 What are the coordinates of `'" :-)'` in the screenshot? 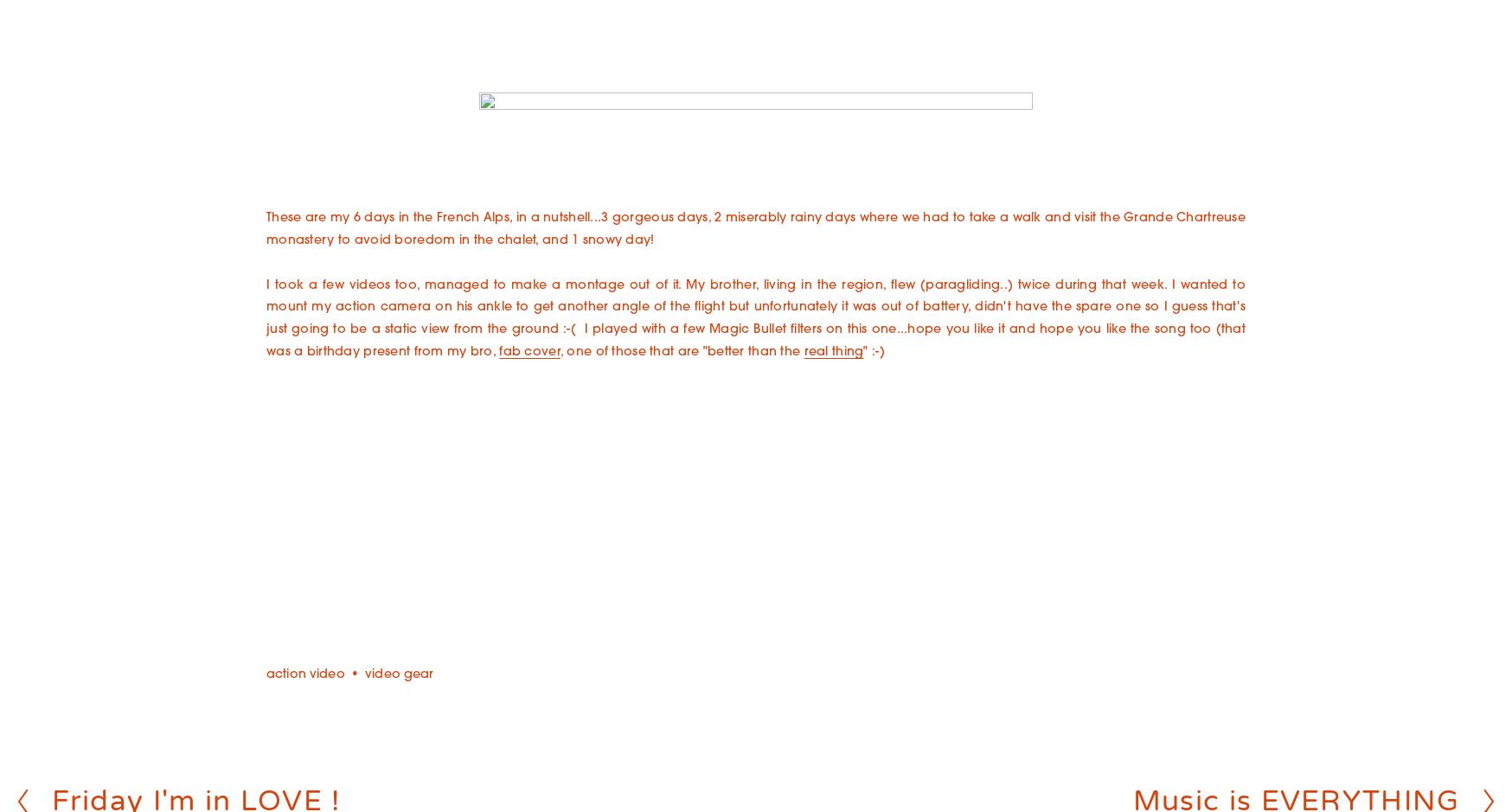 It's located at (875, 350).